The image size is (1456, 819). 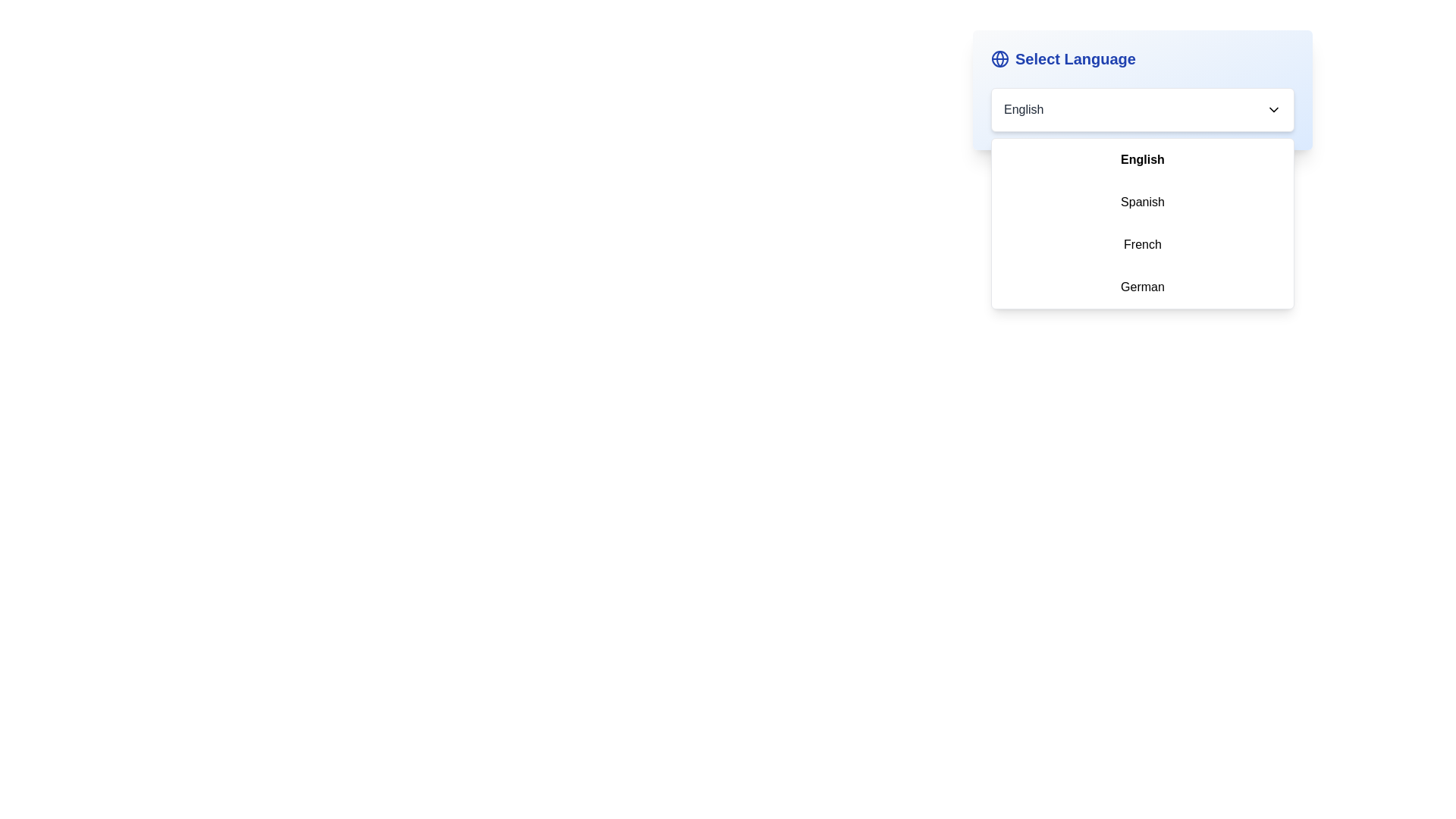 I want to click on the language Spanish from the dropdown, so click(x=1143, y=201).